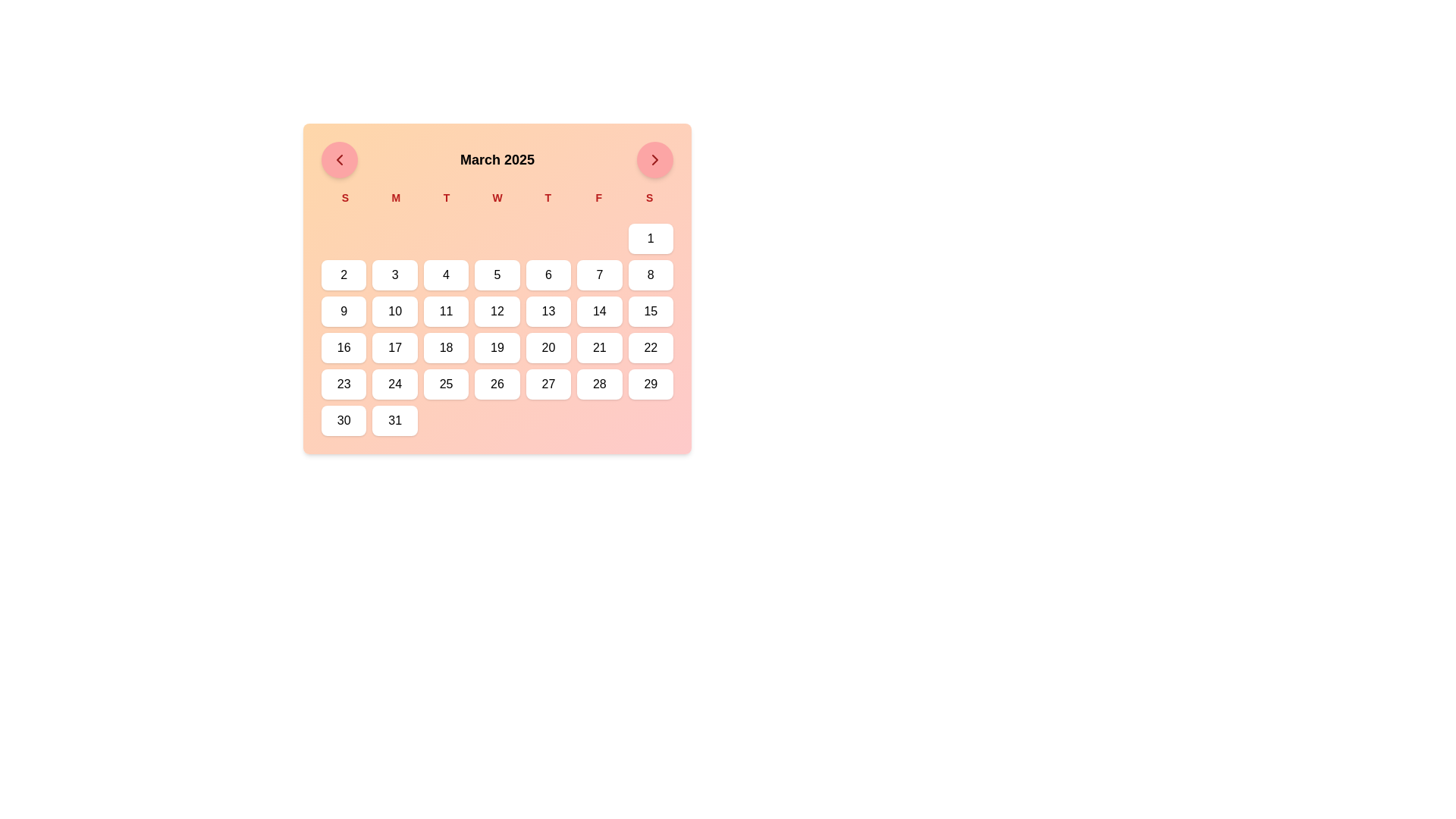 This screenshot has height=819, width=1456. What do you see at coordinates (395, 311) in the screenshot?
I see `the white rounded rectangular button displaying the number '10' in bold black font, located in the fourth row of a calendar grid layout under 'March 2025'` at bounding box center [395, 311].